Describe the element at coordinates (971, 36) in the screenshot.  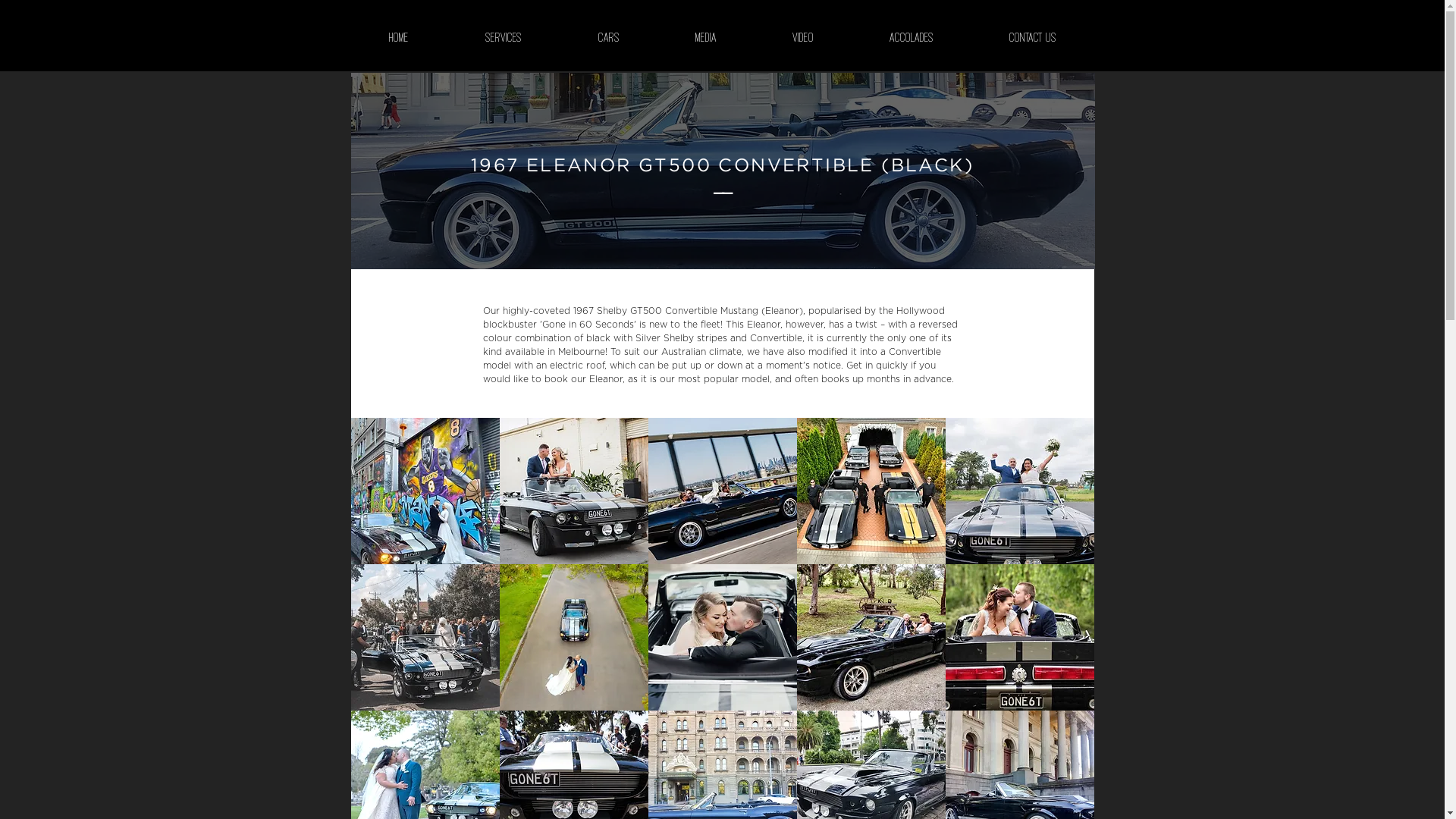
I see `'CONTACT US'` at that location.